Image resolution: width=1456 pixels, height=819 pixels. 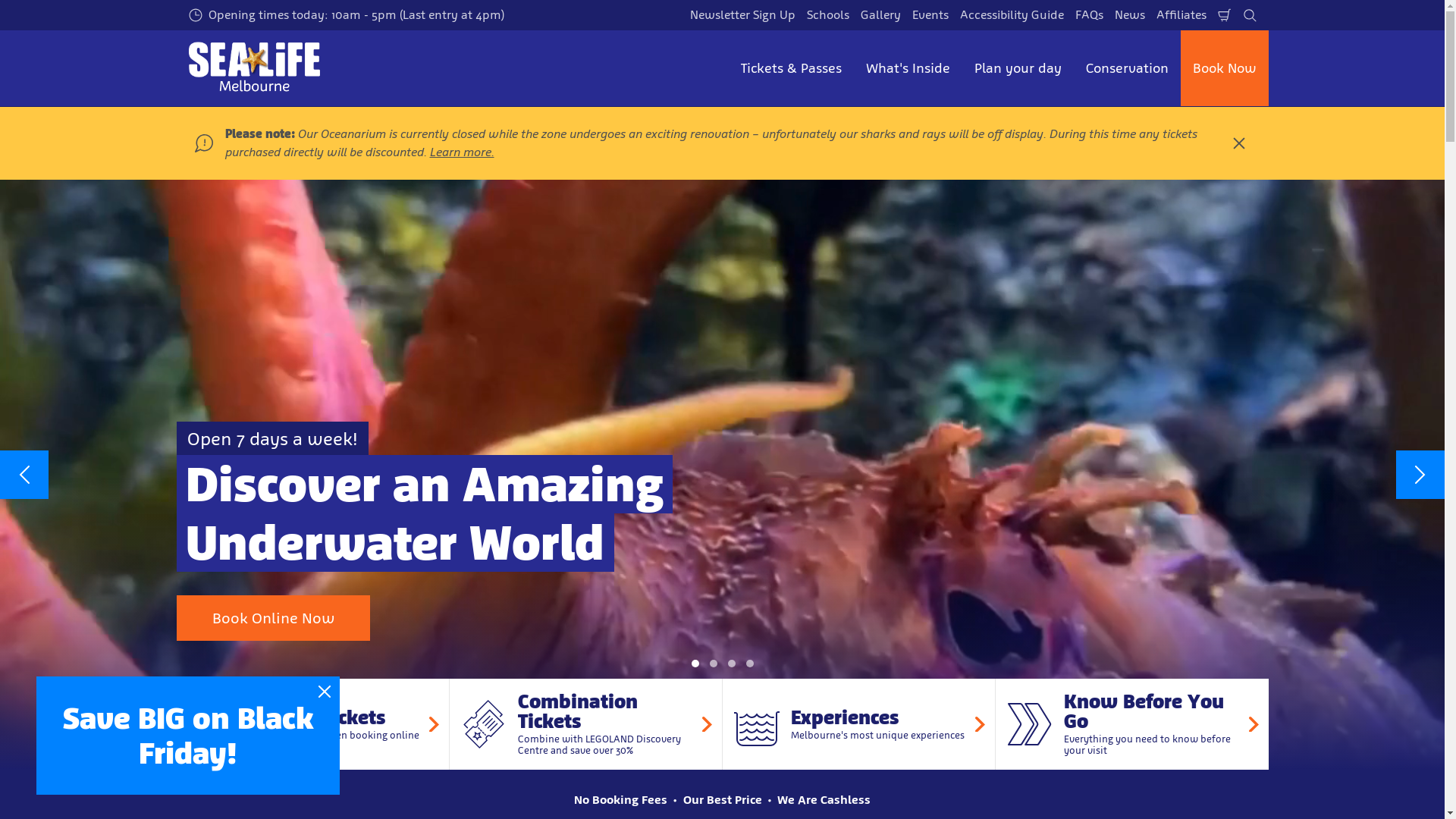 What do you see at coordinates (1181, 14) in the screenshot?
I see `'Affiliates'` at bounding box center [1181, 14].